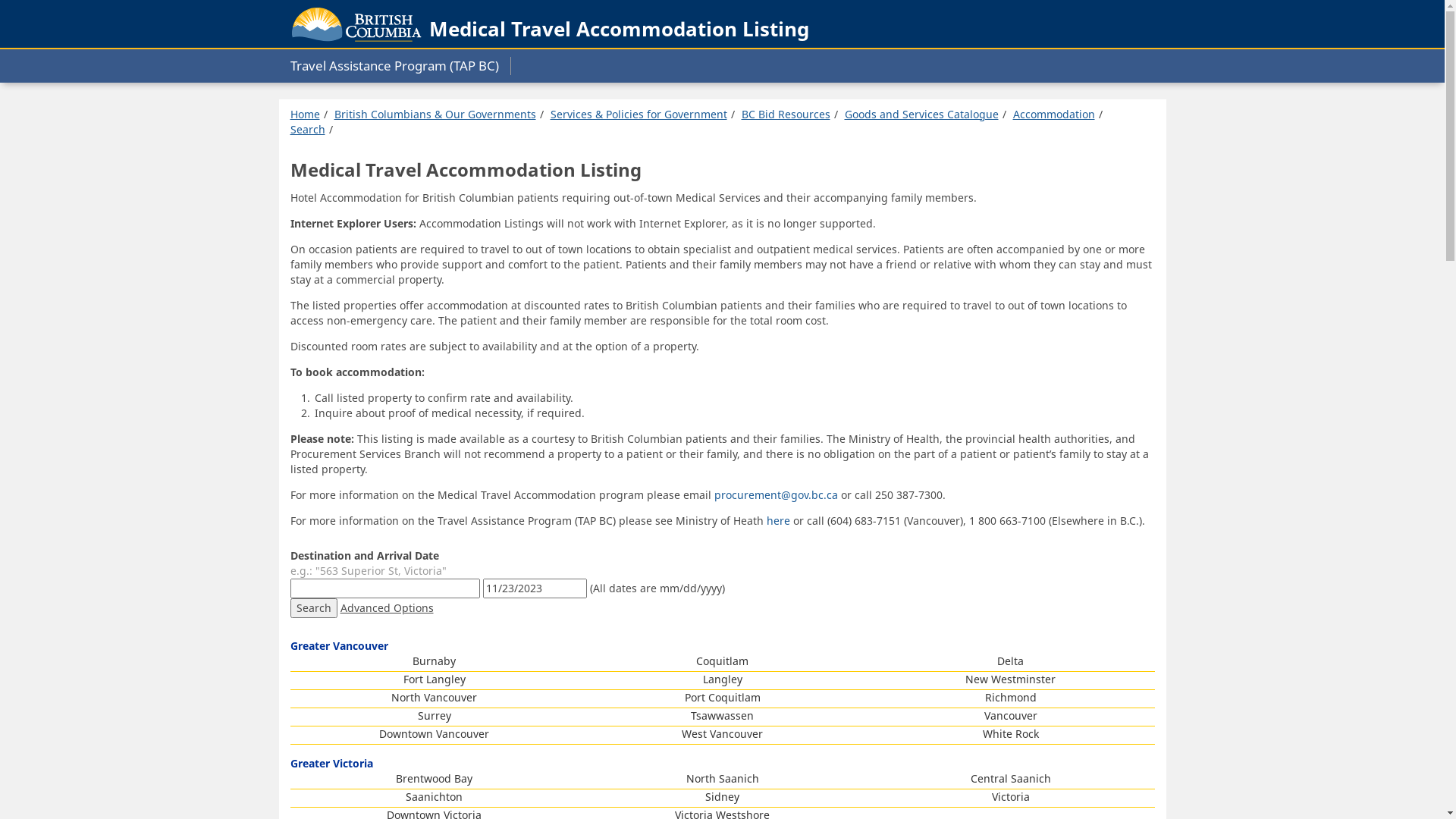 The height and width of the screenshot is (819, 1456). Describe the element at coordinates (1009, 697) in the screenshot. I see `'Richmond'` at that location.